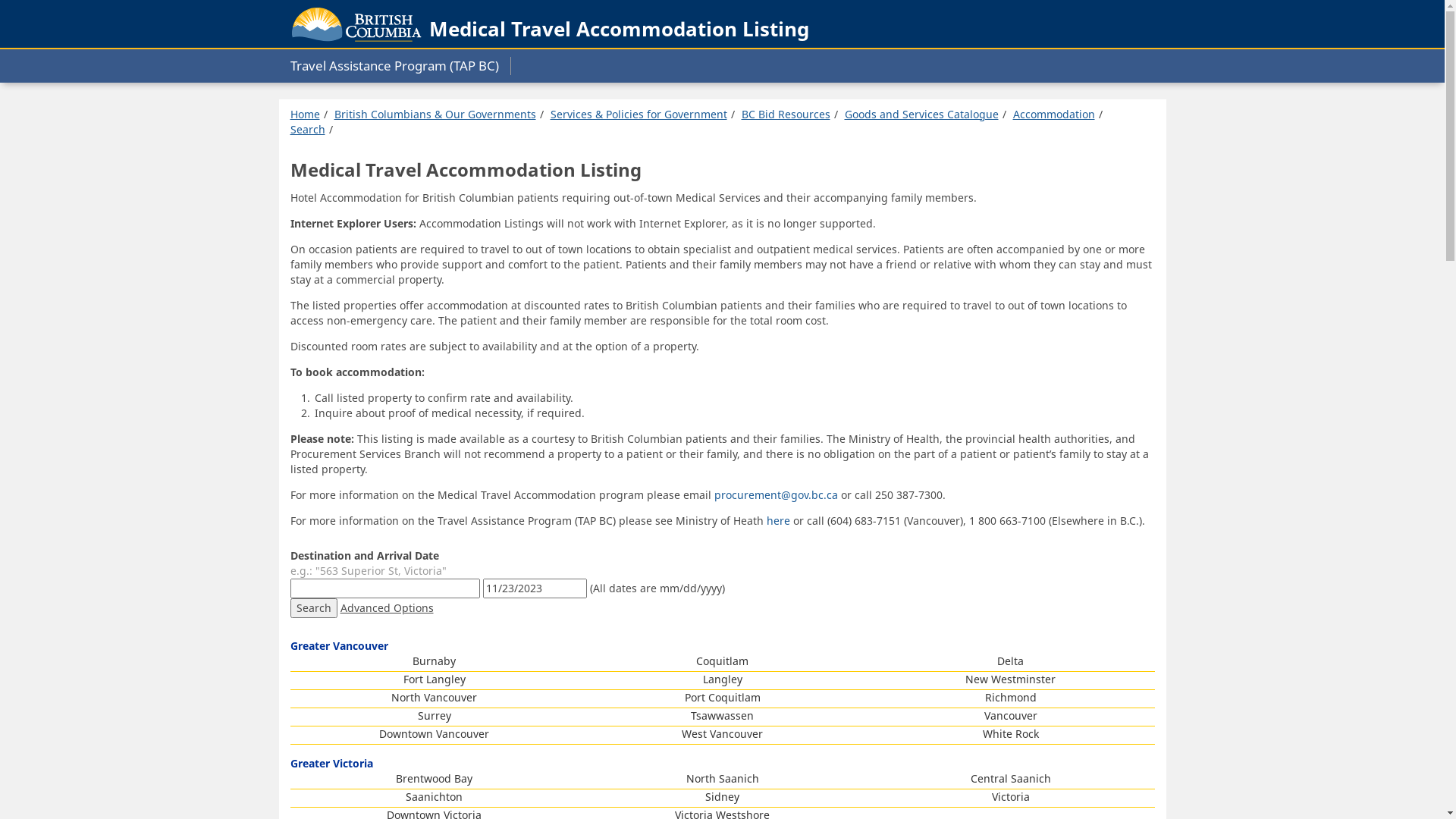 The height and width of the screenshot is (819, 1456). Describe the element at coordinates (1009, 697) in the screenshot. I see `'Richmond'` at that location.